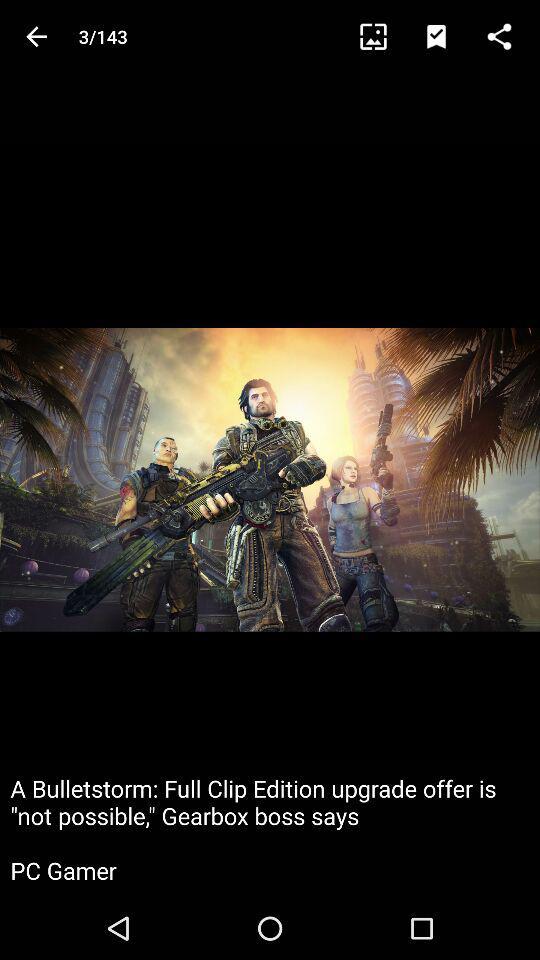 The height and width of the screenshot is (960, 540). I want to click on the item above the a bulletstorm full item, so click(382, 35).